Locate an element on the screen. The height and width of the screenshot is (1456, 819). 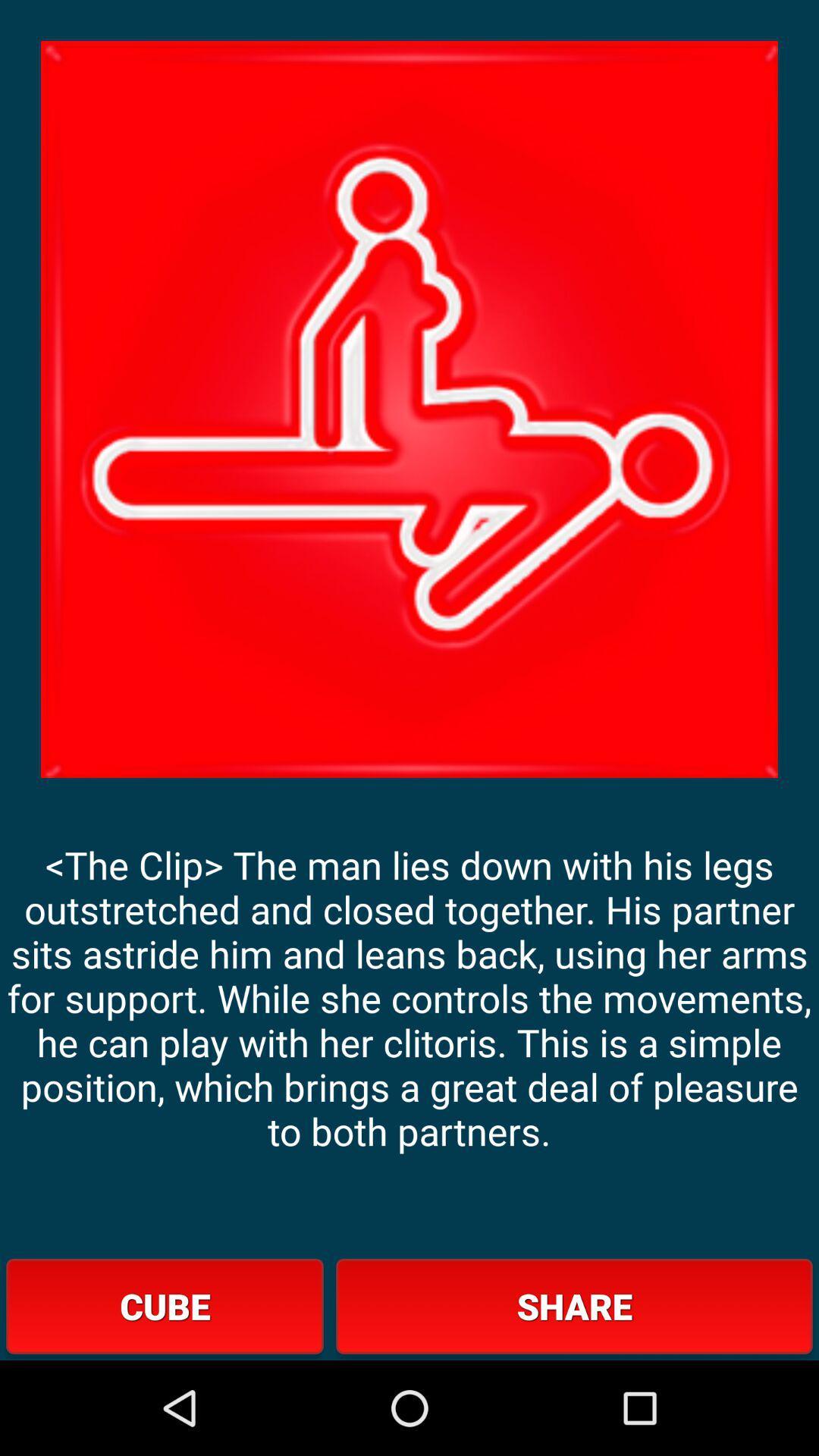
the share is located at coordinates (574, 1305).